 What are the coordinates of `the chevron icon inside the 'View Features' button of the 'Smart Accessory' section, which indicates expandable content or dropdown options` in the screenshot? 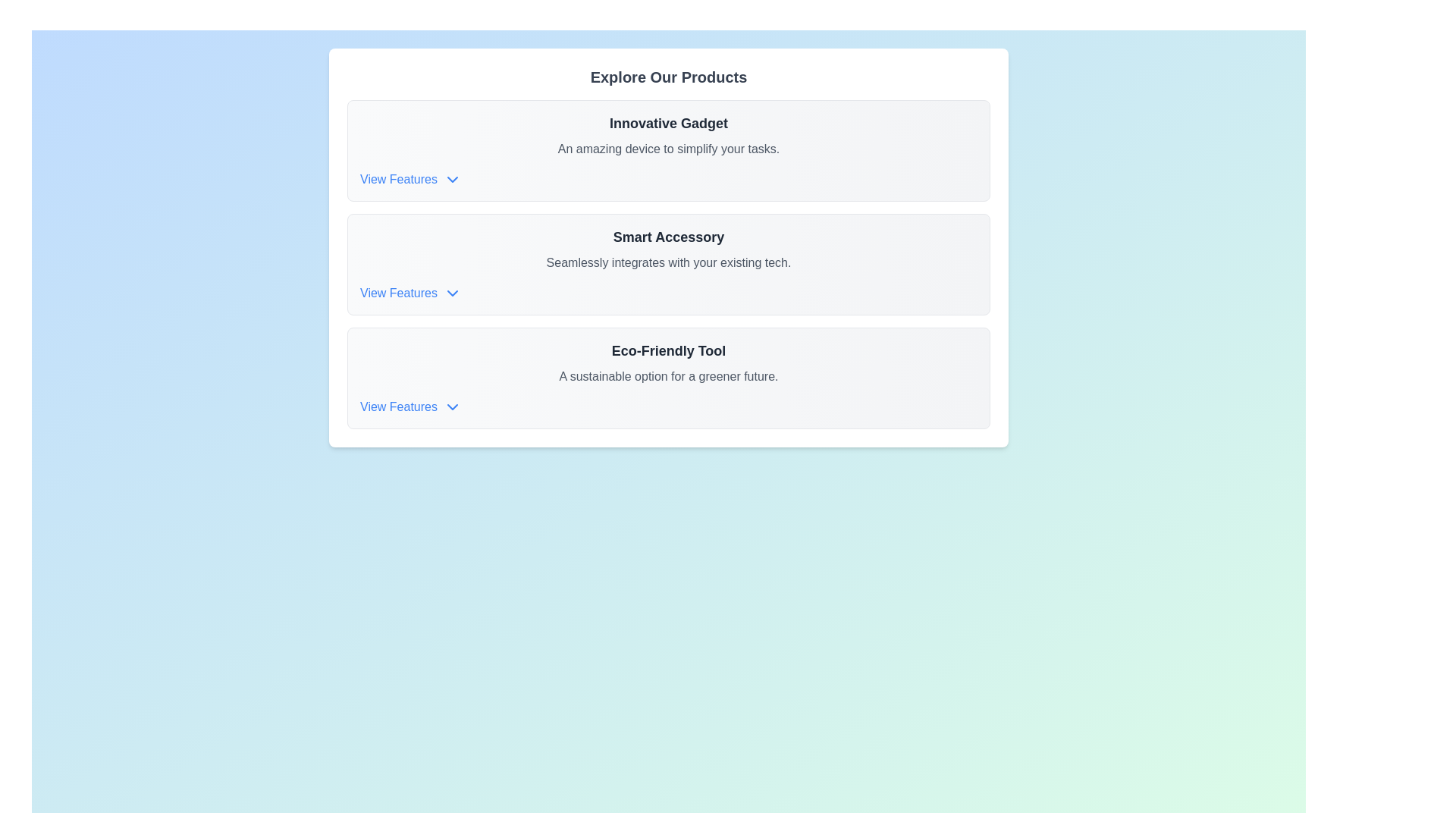 It's located at (451, 293).